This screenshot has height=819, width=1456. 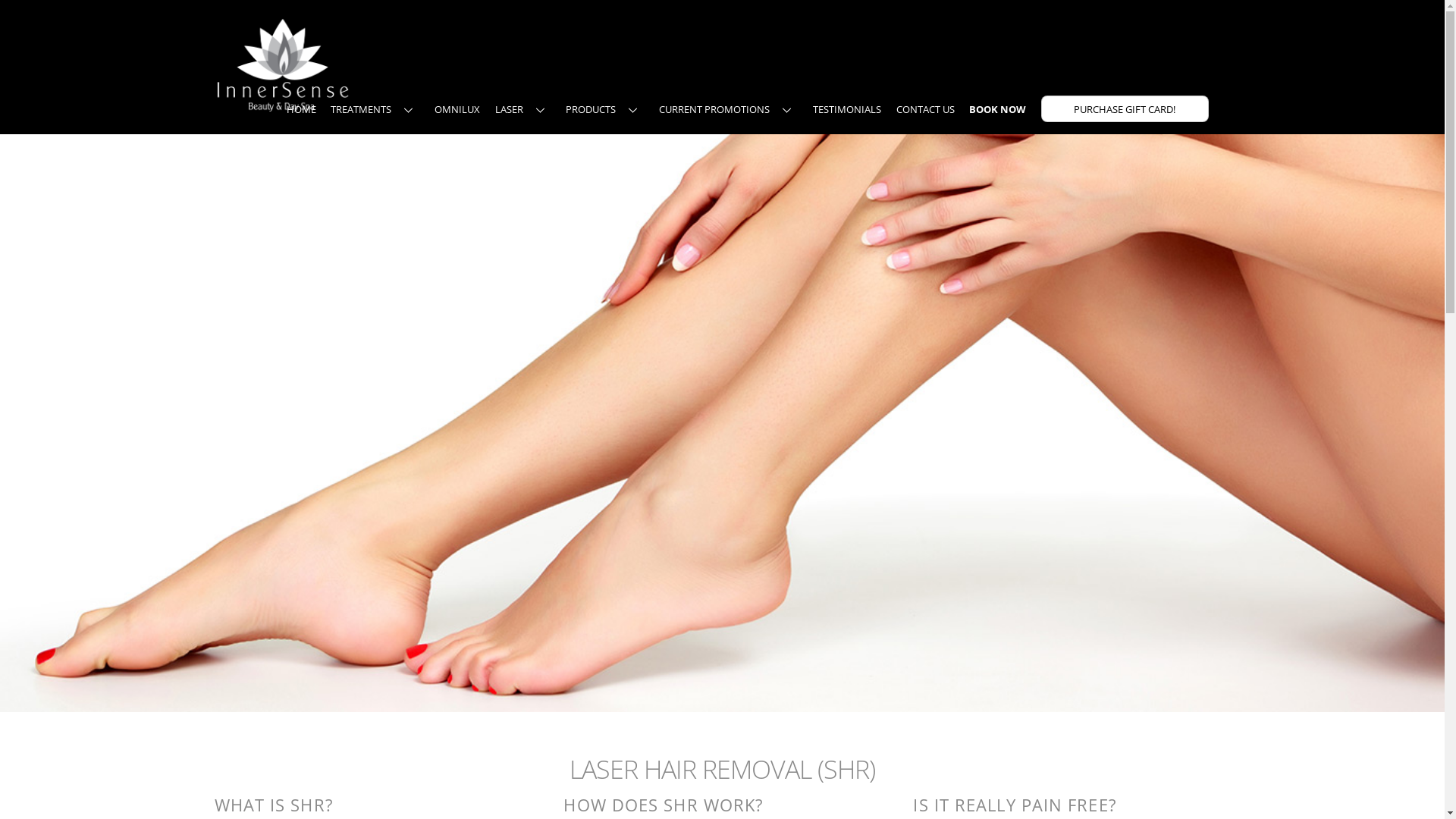 I want to click on 'TESTIMONIALS', so click(x=846, y=108).